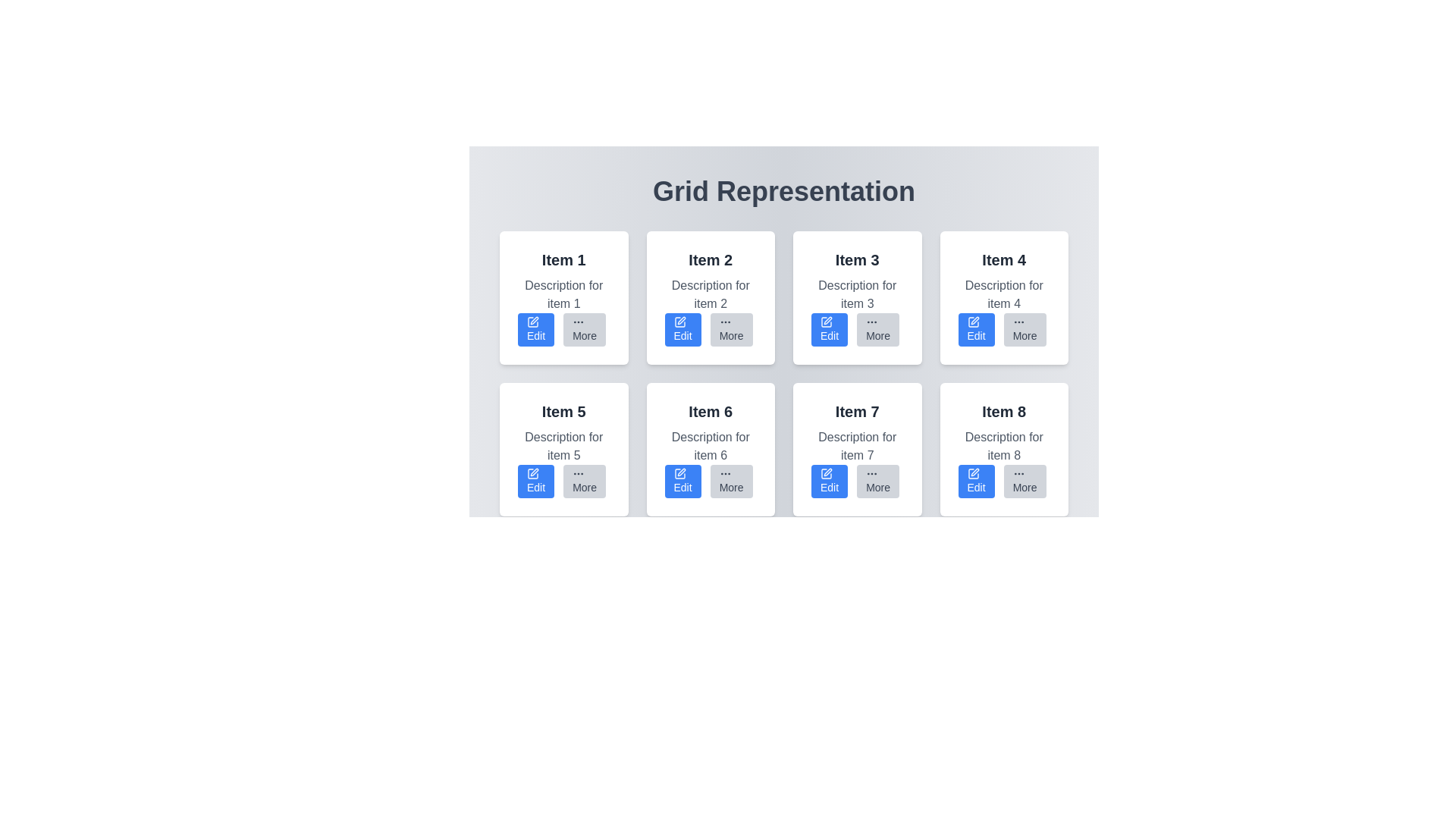 Image resolution: width=1456 pixels, height=819 pixels. Describe the element at coordinates (973, 321) in the screenshot. I see `the square icon with a pen inside, styled in line-art, located in the top-right quadrant of the grid layout within 'Item 4'` at that location.